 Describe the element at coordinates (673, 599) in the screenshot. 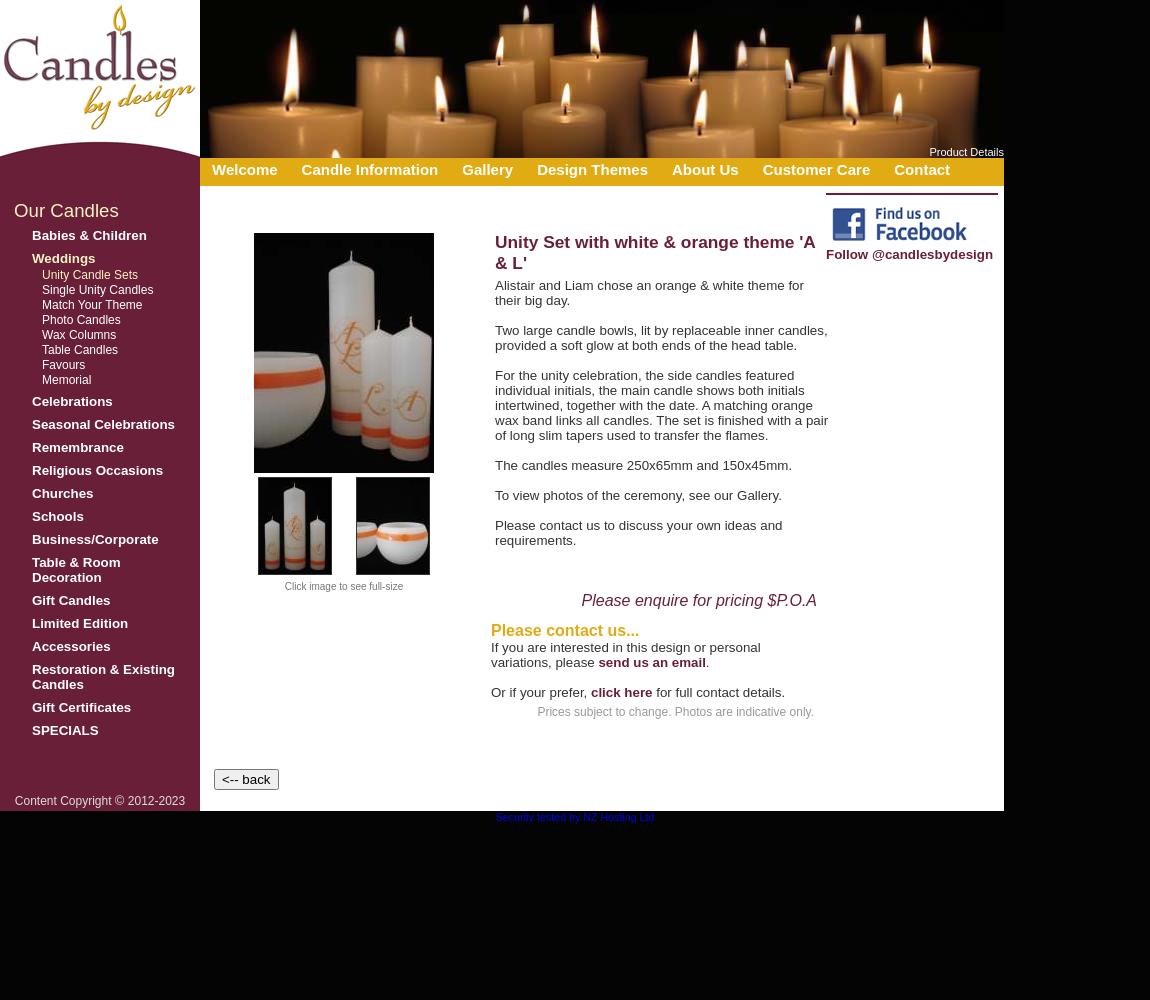

I see `'Please enquire for pricing'` at that location.